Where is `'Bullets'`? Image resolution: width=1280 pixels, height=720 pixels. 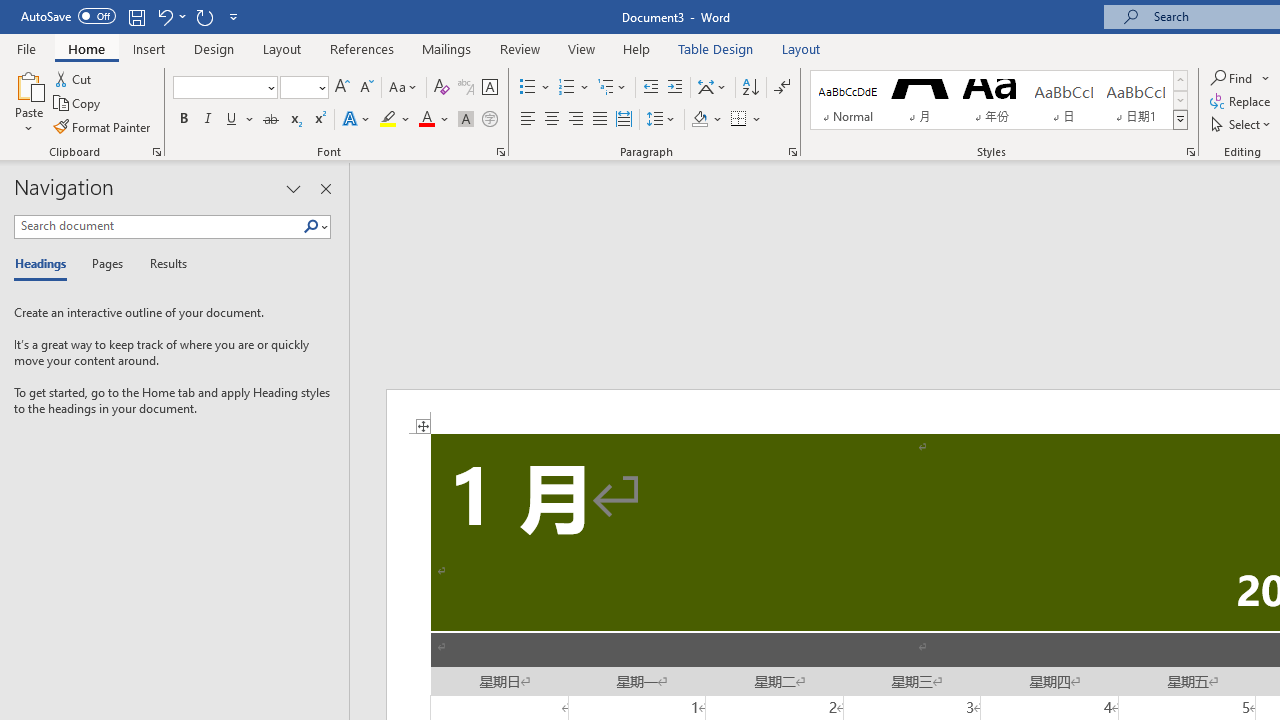
'Bullets' is located at coordinates (535, 86).